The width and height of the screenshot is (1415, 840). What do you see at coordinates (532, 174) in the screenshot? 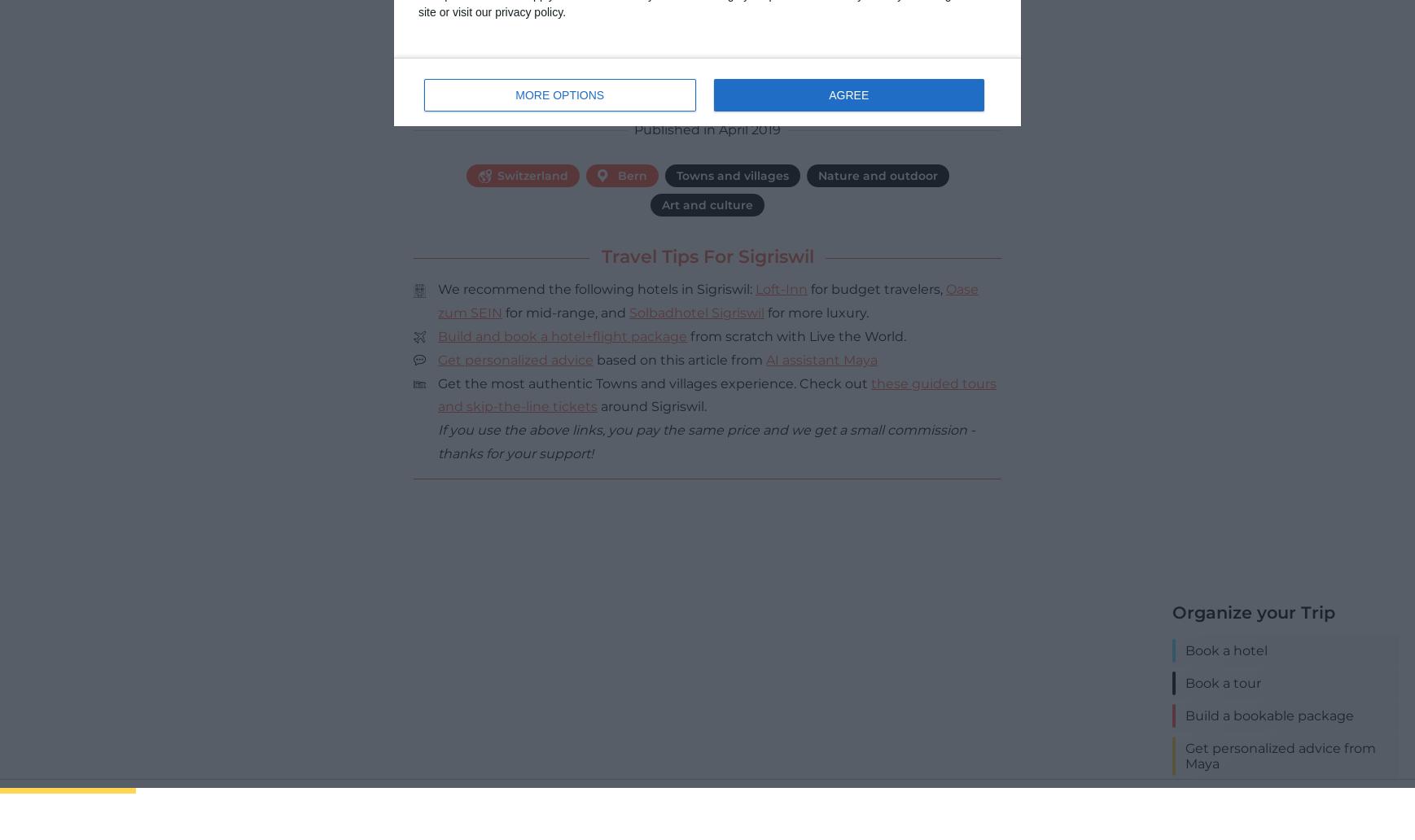
I see `'Switzerland'` at bounding box center [532, 174].